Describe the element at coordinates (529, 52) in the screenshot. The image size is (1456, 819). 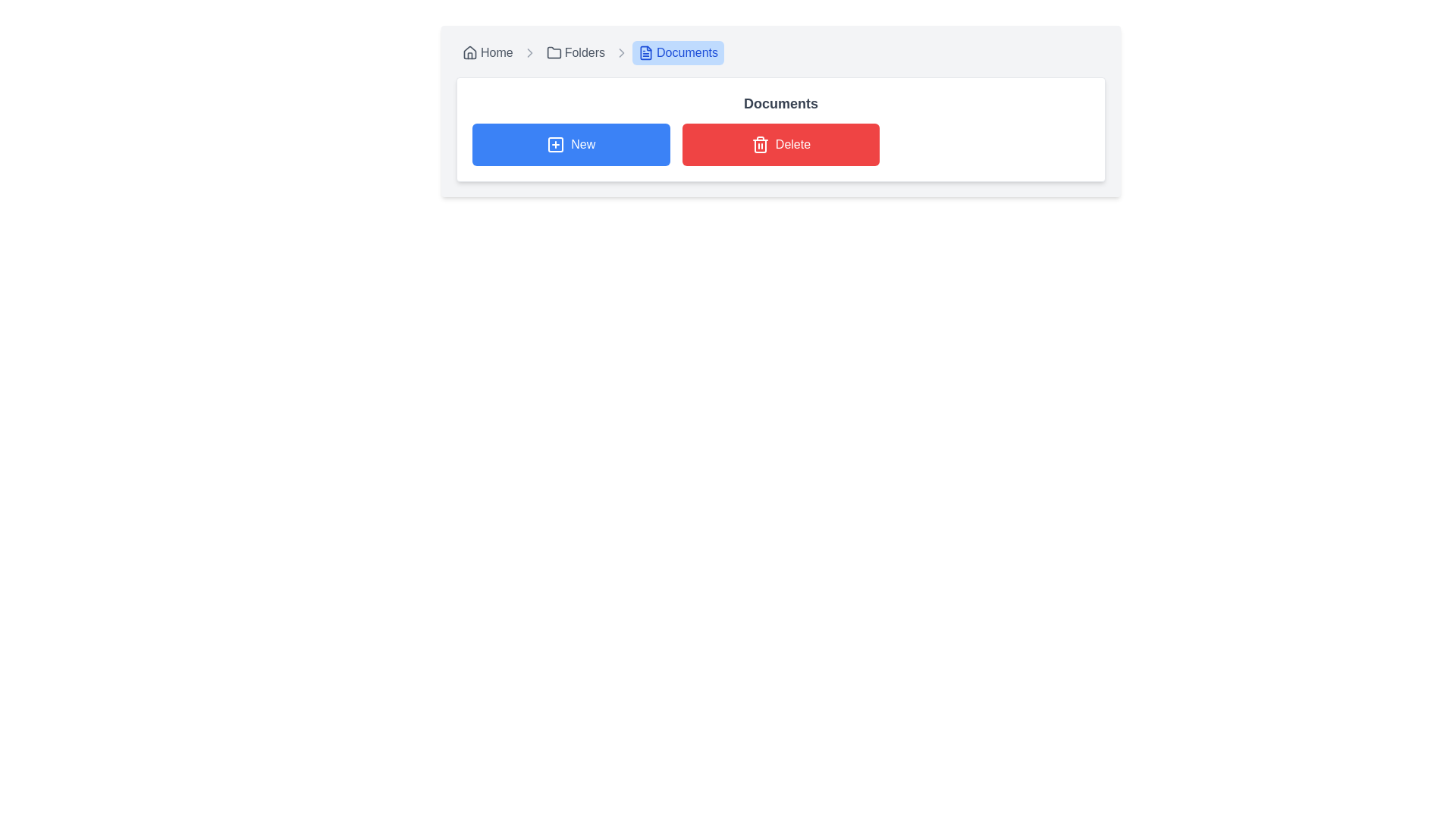
I see `the rightward-pointing chevron icon in the breadcrumb navigation bar, which serves as a separator between 'Folders' and 'Documents'` at that location.